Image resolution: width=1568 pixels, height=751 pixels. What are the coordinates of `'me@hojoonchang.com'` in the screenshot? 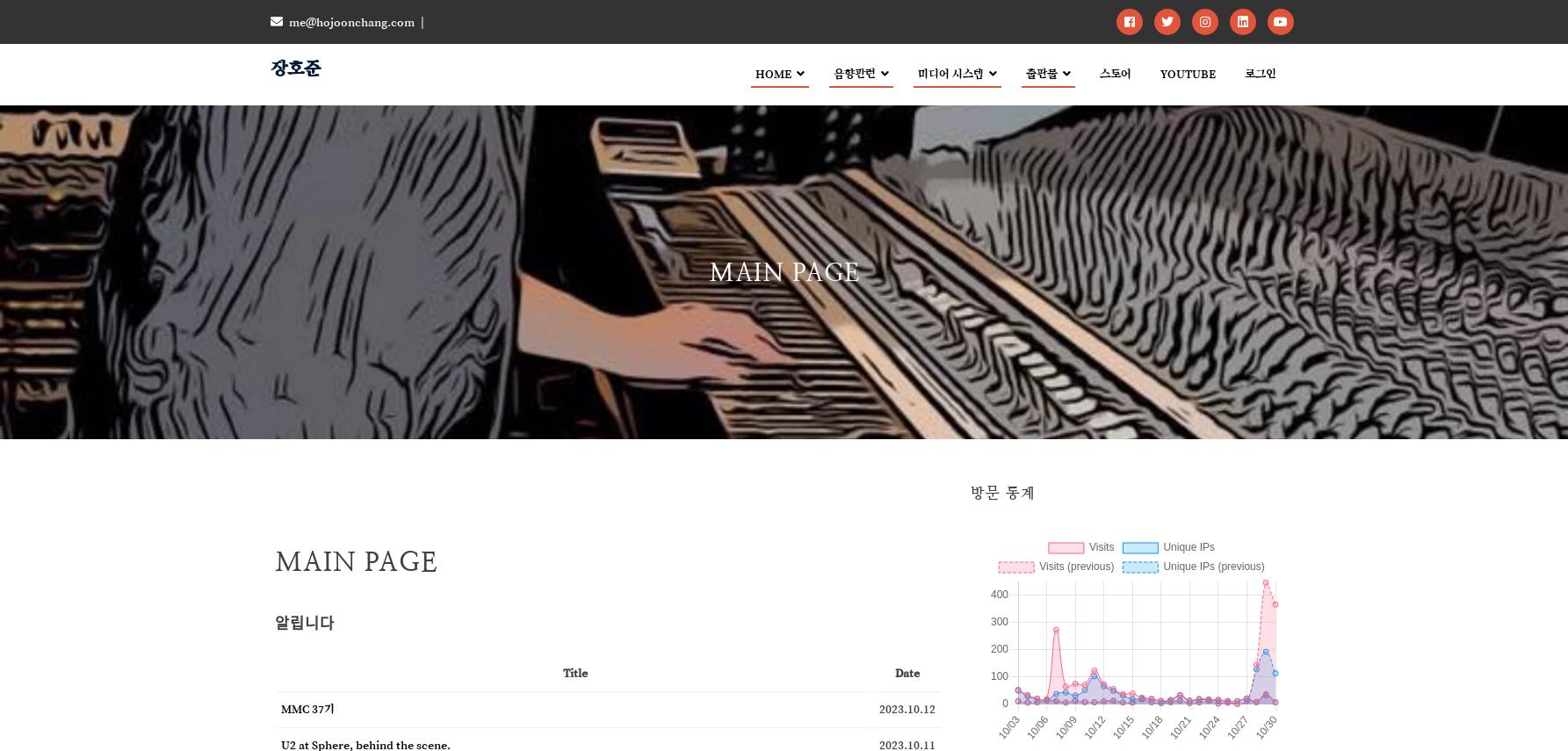 It's located at (350, 21).